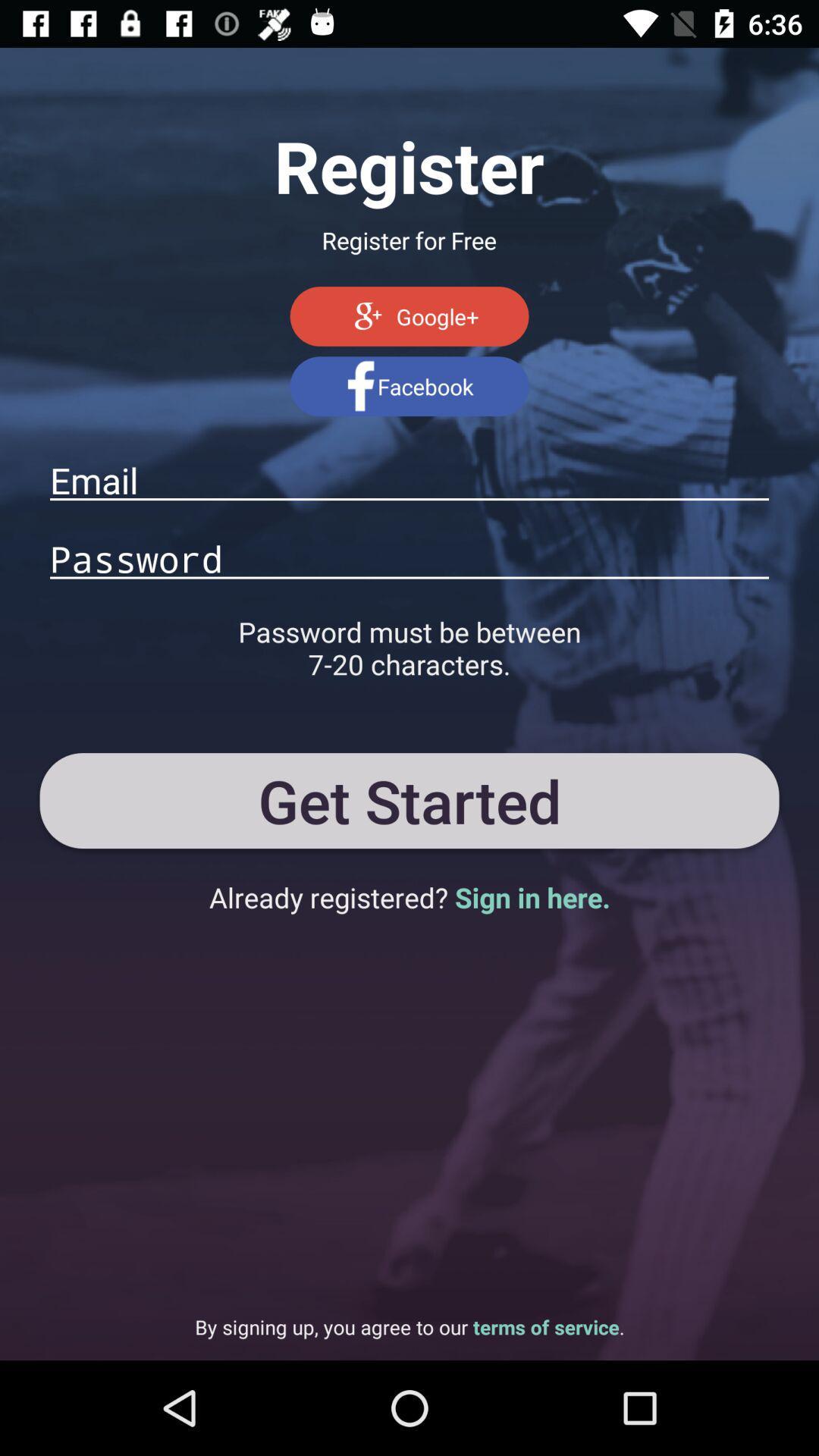  I want to click on the by signing up icon, so click(409, 1326).